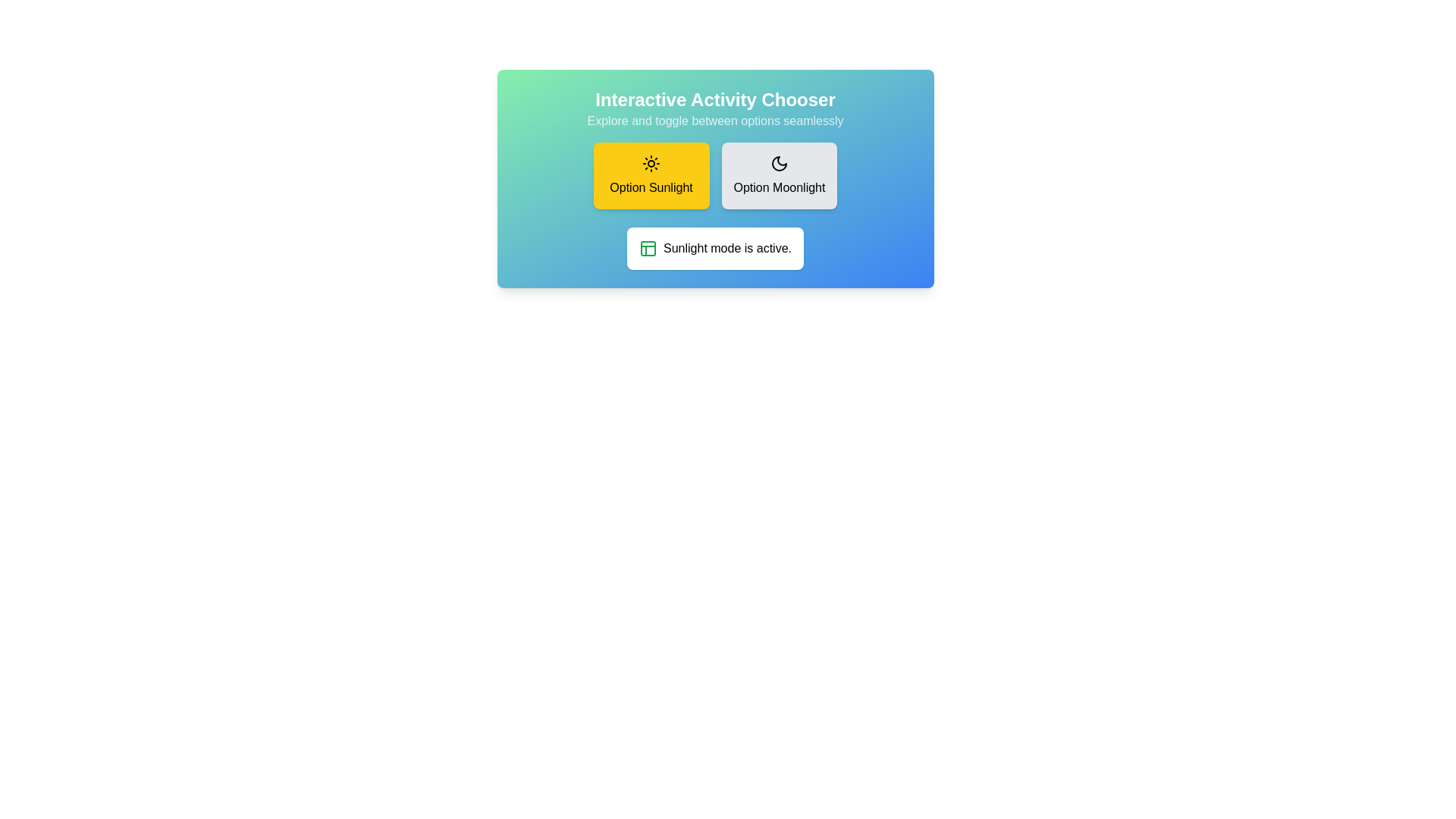  Describe the element at coordinates (651, 174) in the screenshot. I see `the 'Option Sunlight' button` at that location.